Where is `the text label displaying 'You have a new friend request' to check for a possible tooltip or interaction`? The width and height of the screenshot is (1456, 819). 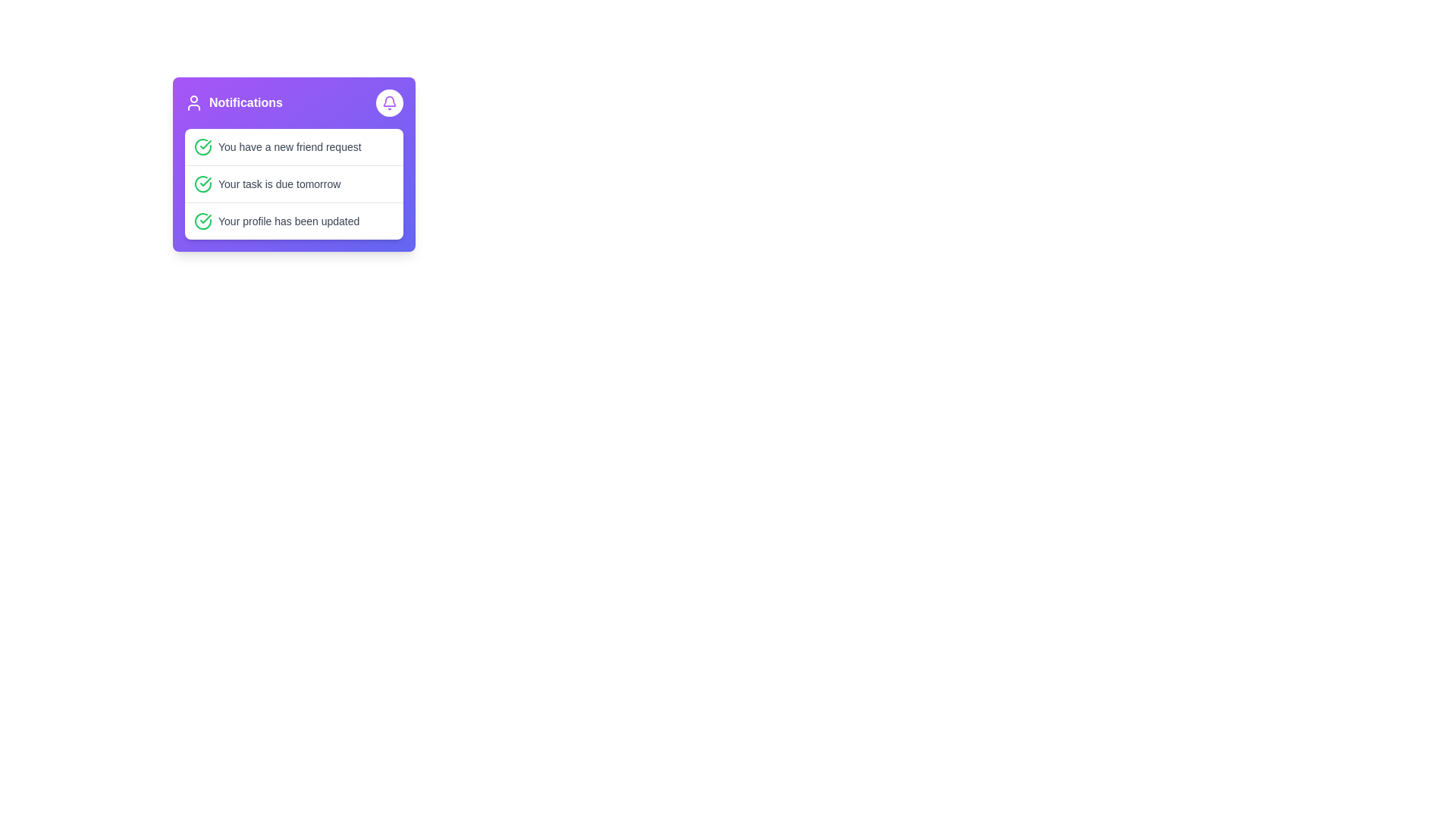
the text label displaying 'You have a new friend request' to check for a possible tooltip or interaction is located at coordinates (290, 146).